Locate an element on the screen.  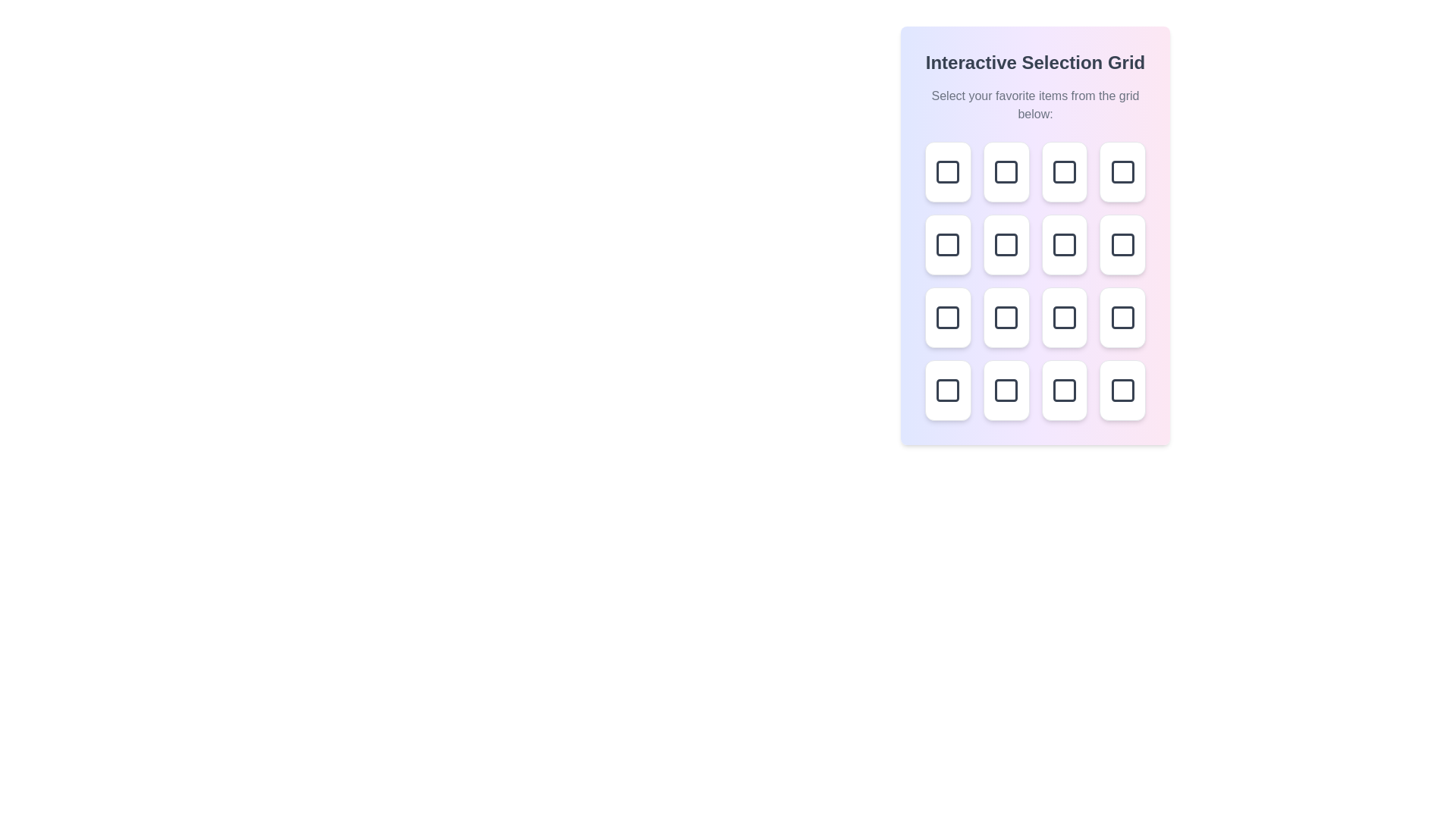
the interactive selectable grid tile located in the last row and second column, which features a white square with rounded corners and a dark blue border is located at coordinates (1006, 390).